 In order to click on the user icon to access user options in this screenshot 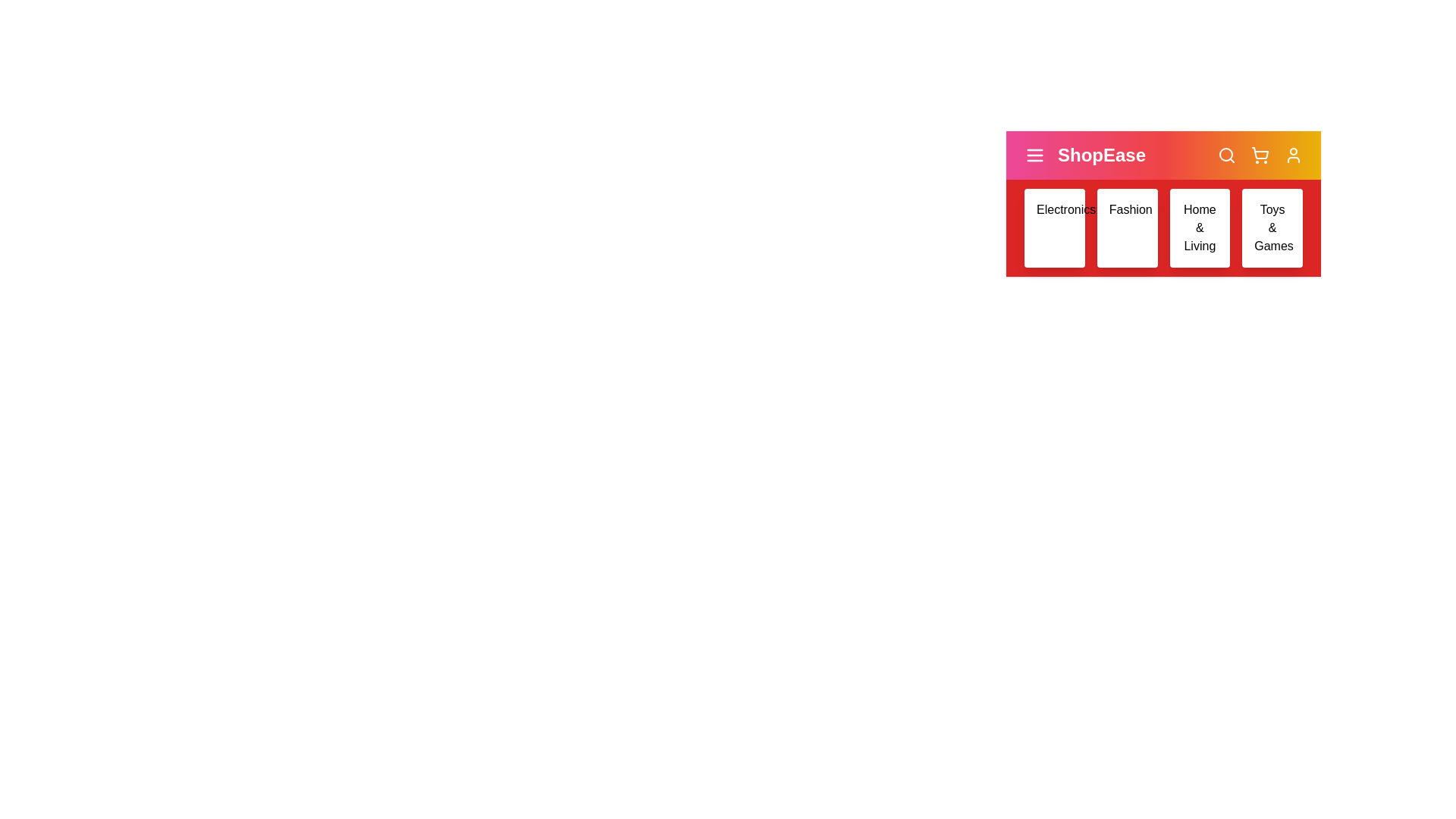, I will do `click(1292, 155)`.